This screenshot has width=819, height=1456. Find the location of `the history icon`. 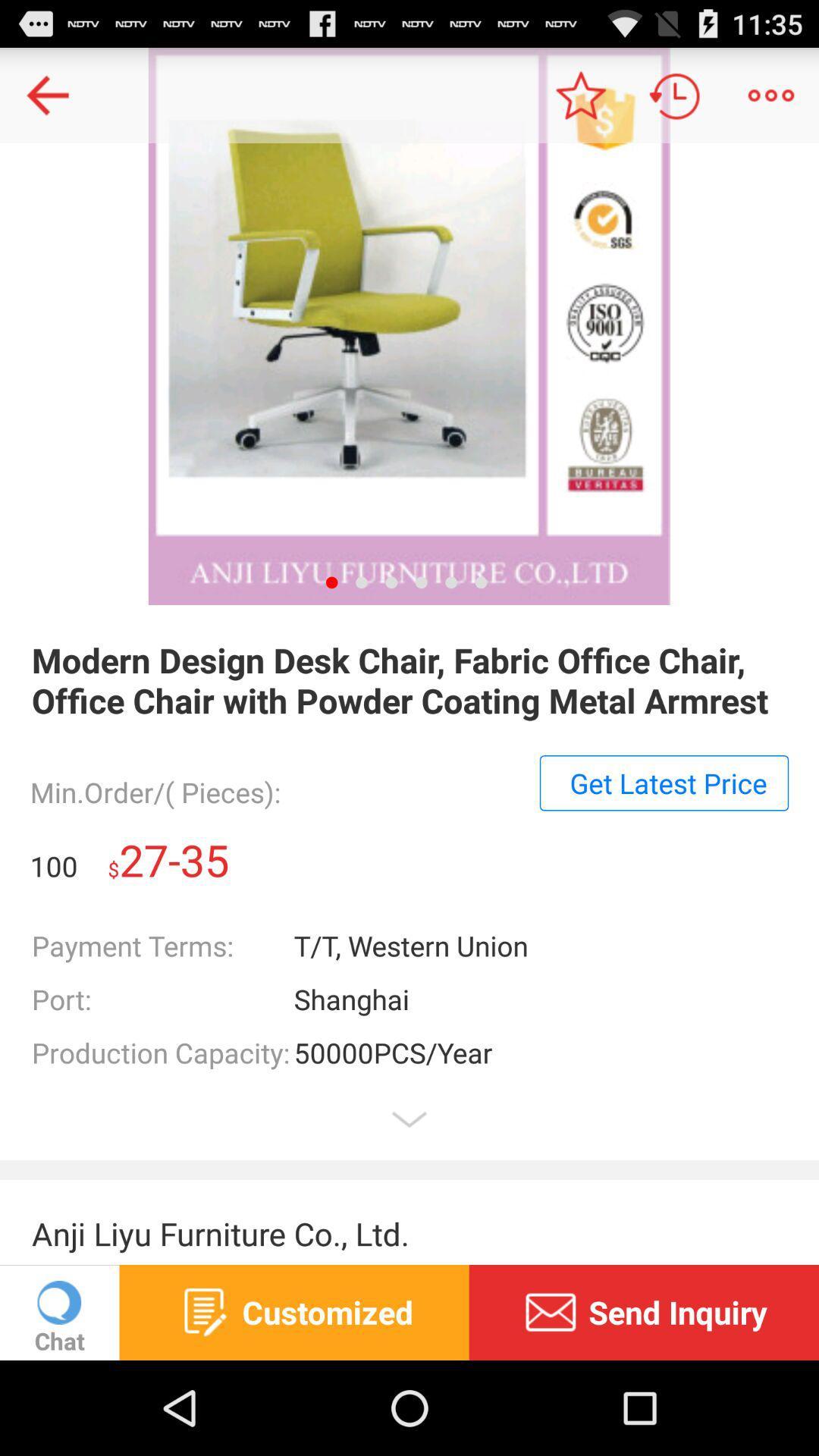

the history icon is located at coordinates (675, 101).